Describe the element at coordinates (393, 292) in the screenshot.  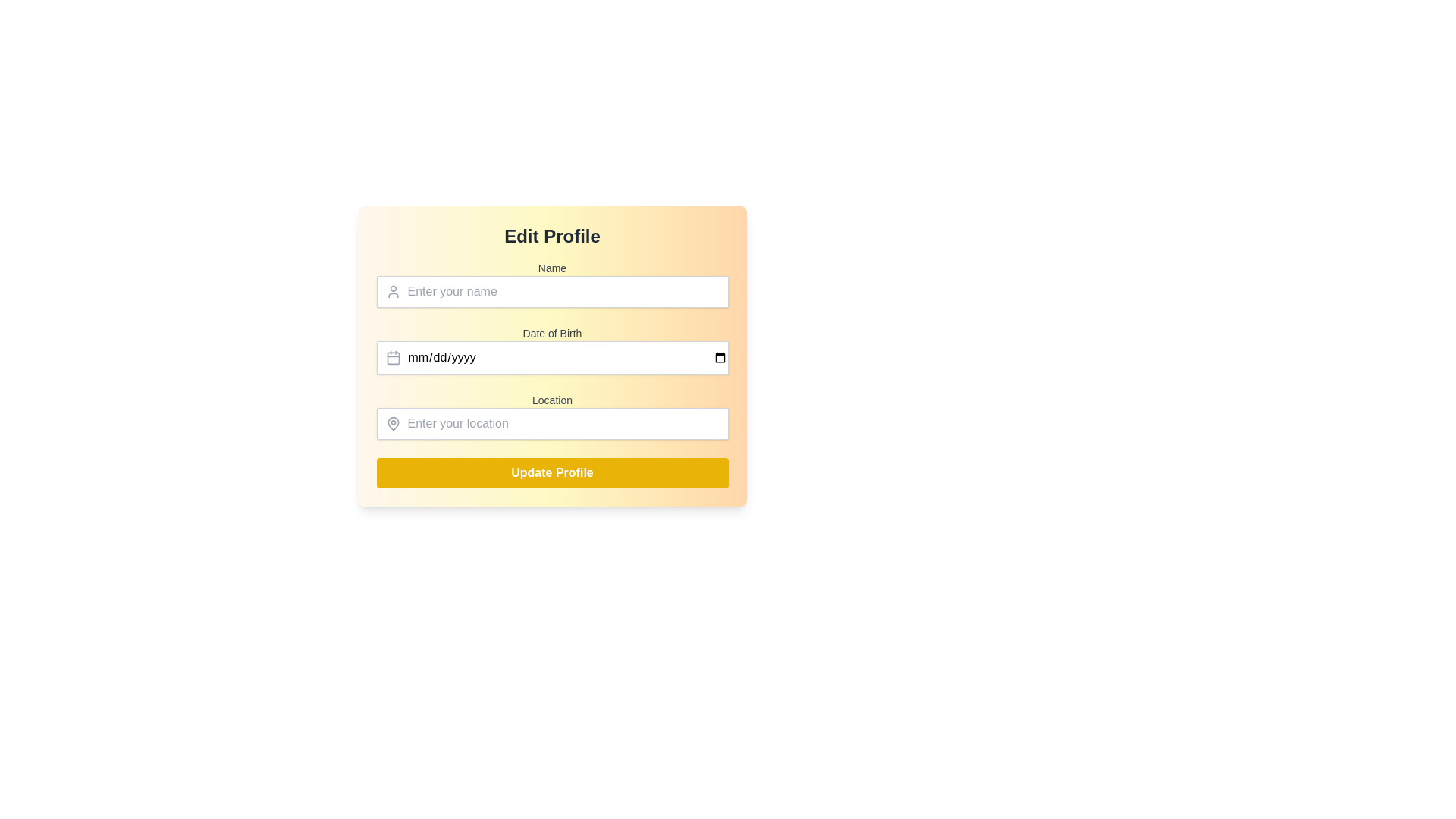
I see `the Decorative SVG Icon that visually reinforces the adjacent 'Name' input field, located at the left margin of the input field` at that location.